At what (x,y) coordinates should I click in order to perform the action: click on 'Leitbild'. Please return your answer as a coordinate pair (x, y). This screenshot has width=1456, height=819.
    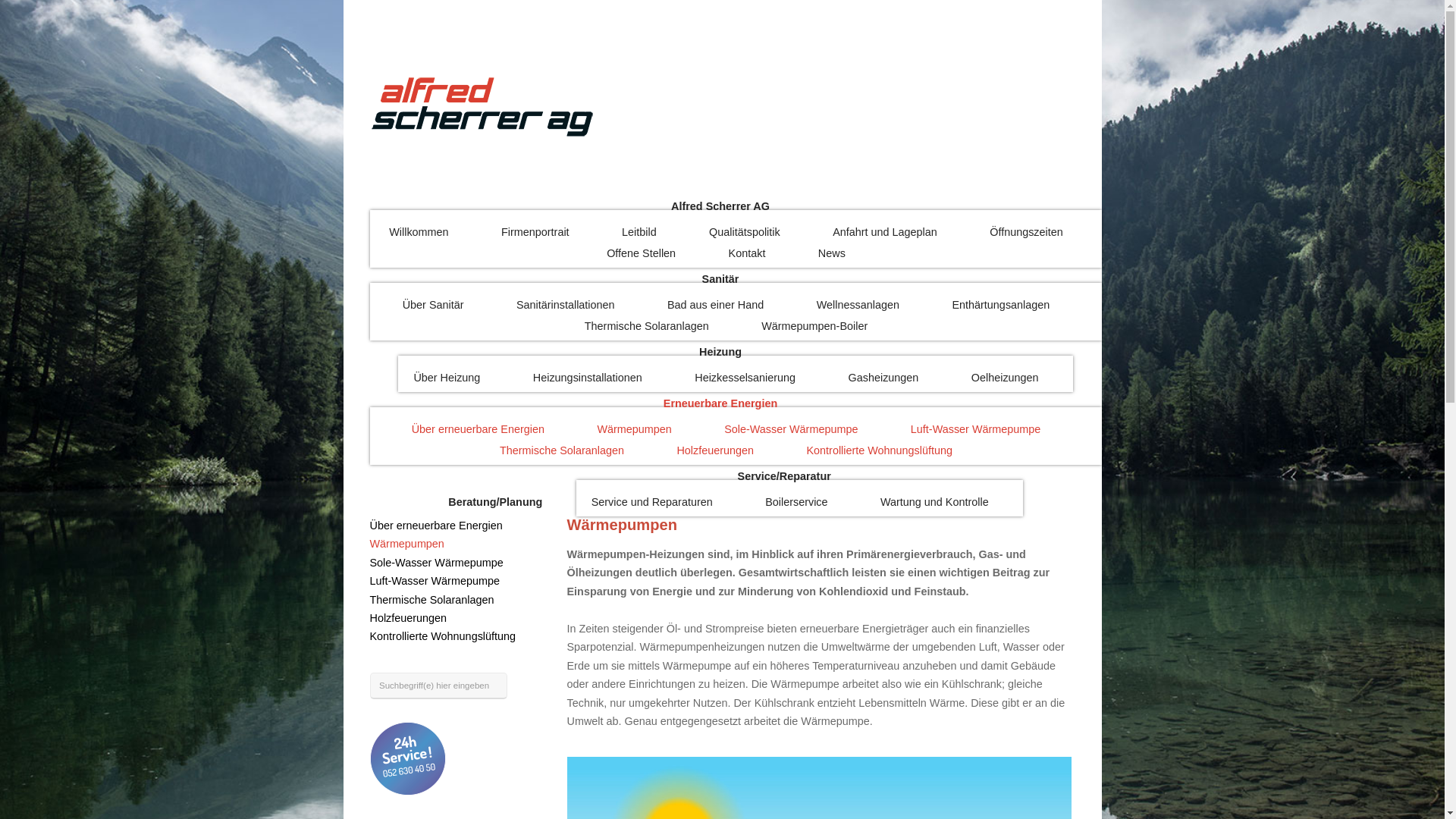
    Looking at the image, I should click on (639, 236).